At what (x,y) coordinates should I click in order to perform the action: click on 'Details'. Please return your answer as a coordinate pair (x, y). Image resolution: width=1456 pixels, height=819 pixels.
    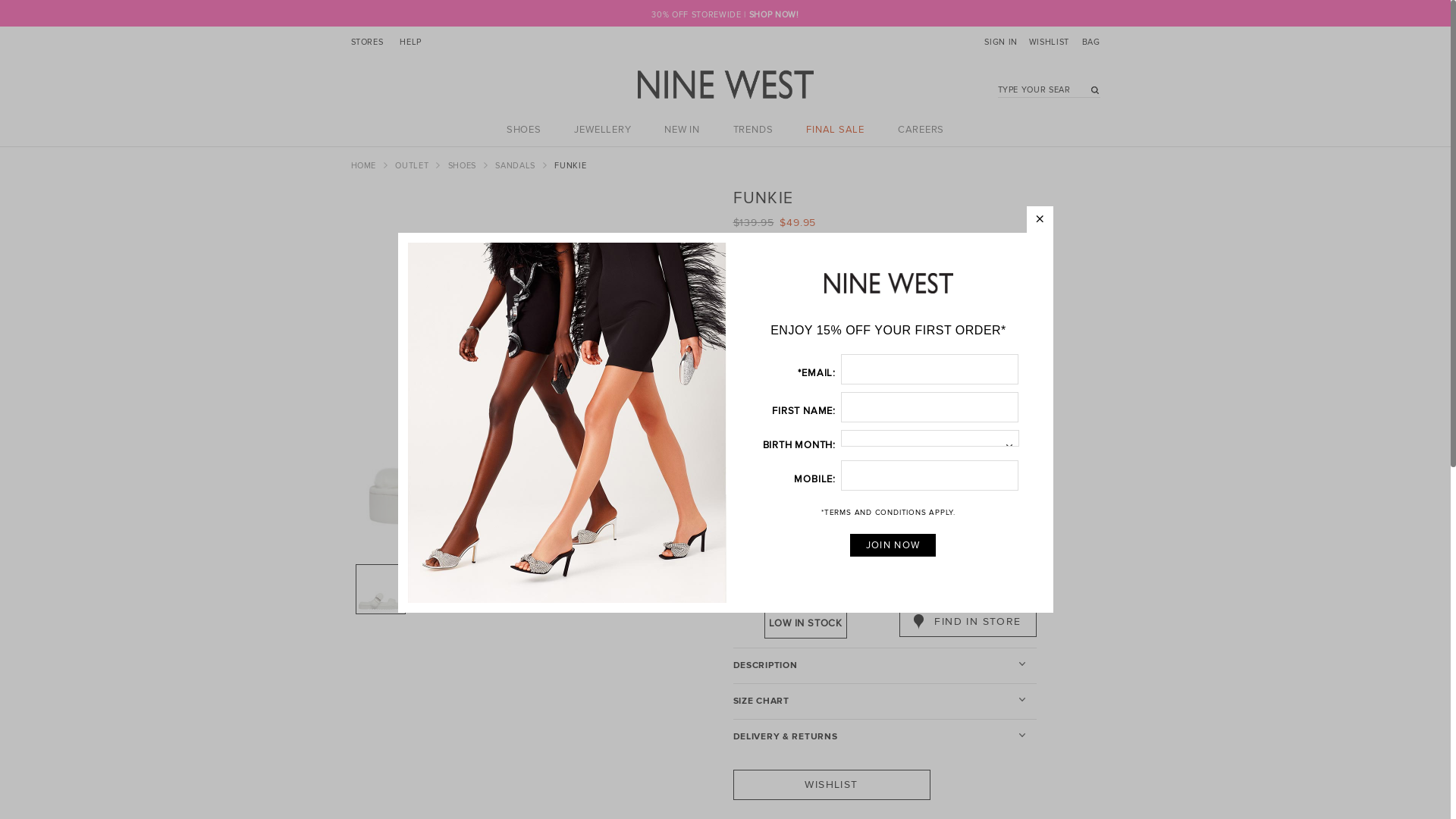
    Looking at the image, I should click on (736, 278).